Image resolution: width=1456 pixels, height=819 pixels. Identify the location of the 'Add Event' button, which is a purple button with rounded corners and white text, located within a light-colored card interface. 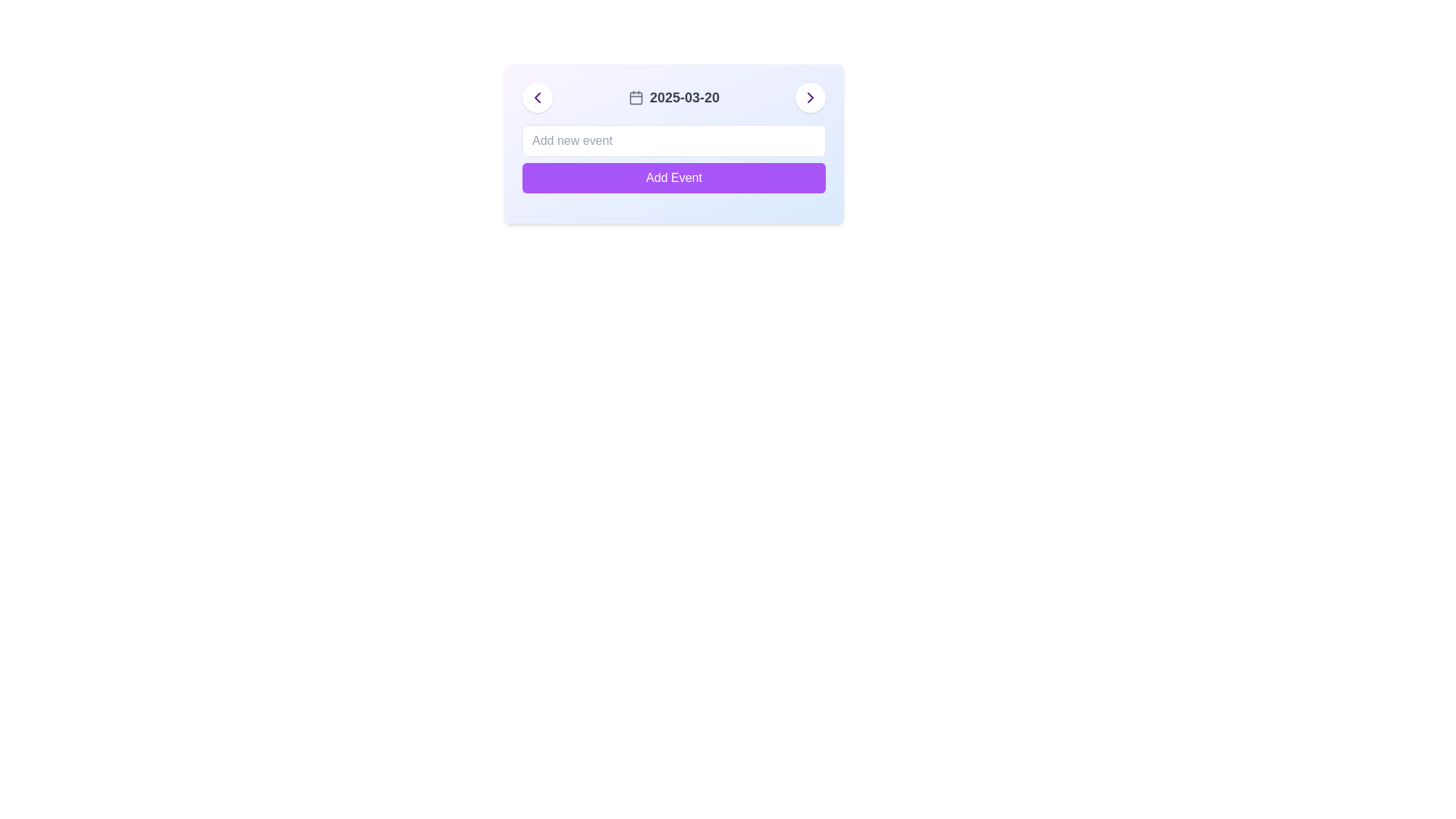
(673, 158).